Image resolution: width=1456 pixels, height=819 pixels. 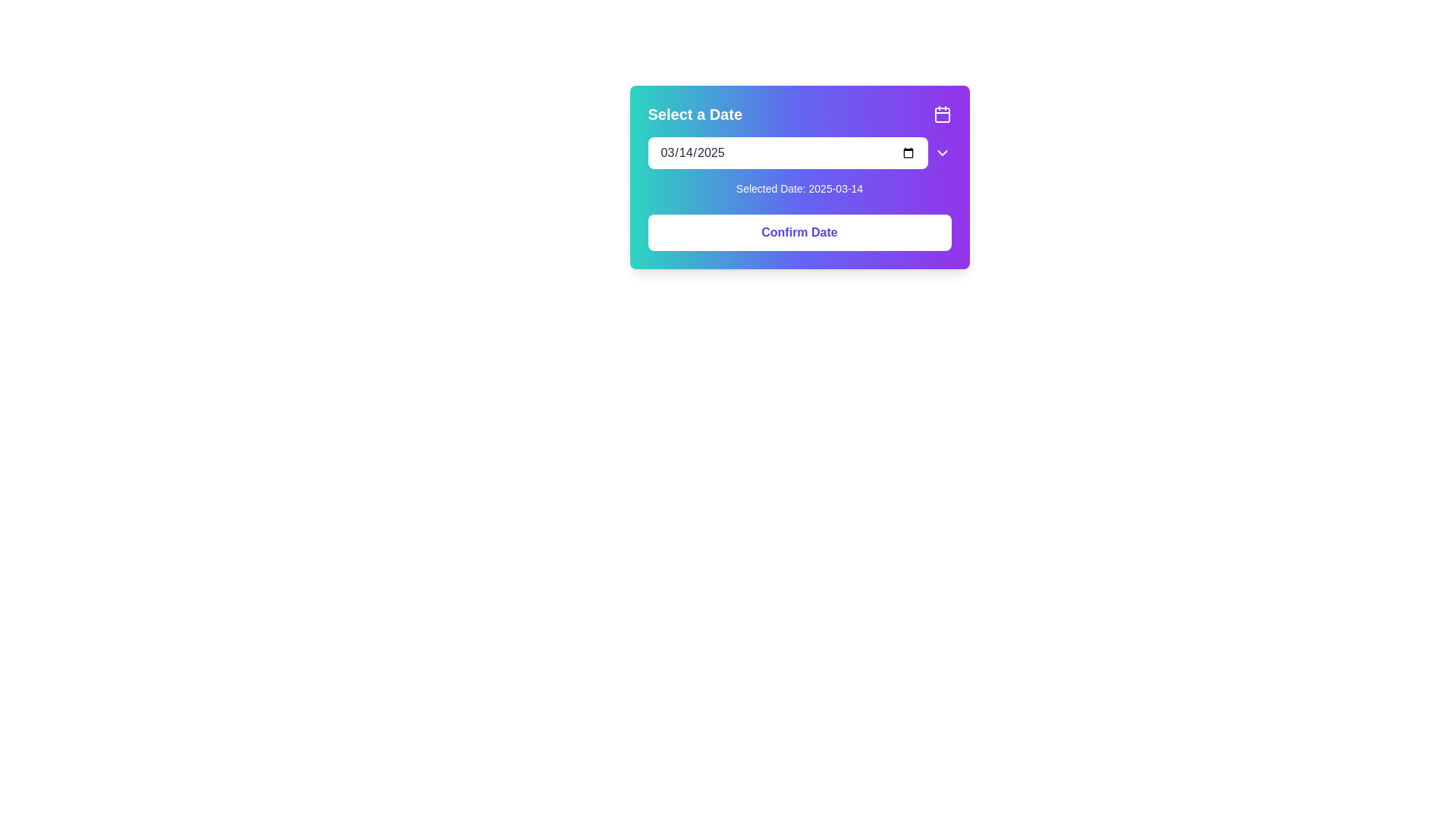 I want to click on the rounded rectangle shape inside the calendar icon located in the upper-right corner of the modal dialog, so click(x=941, y=114).